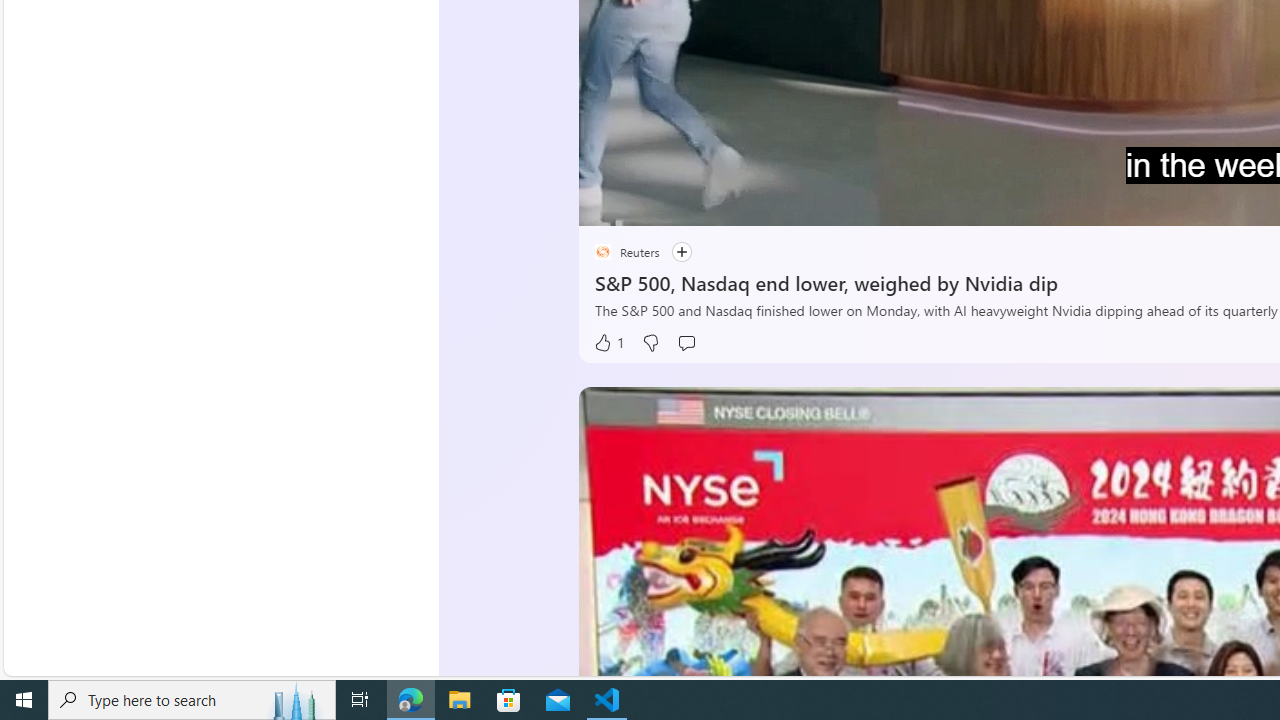 This screenshot has width=1280, height=720. I want to click on 'Follow', so click(670, 251).